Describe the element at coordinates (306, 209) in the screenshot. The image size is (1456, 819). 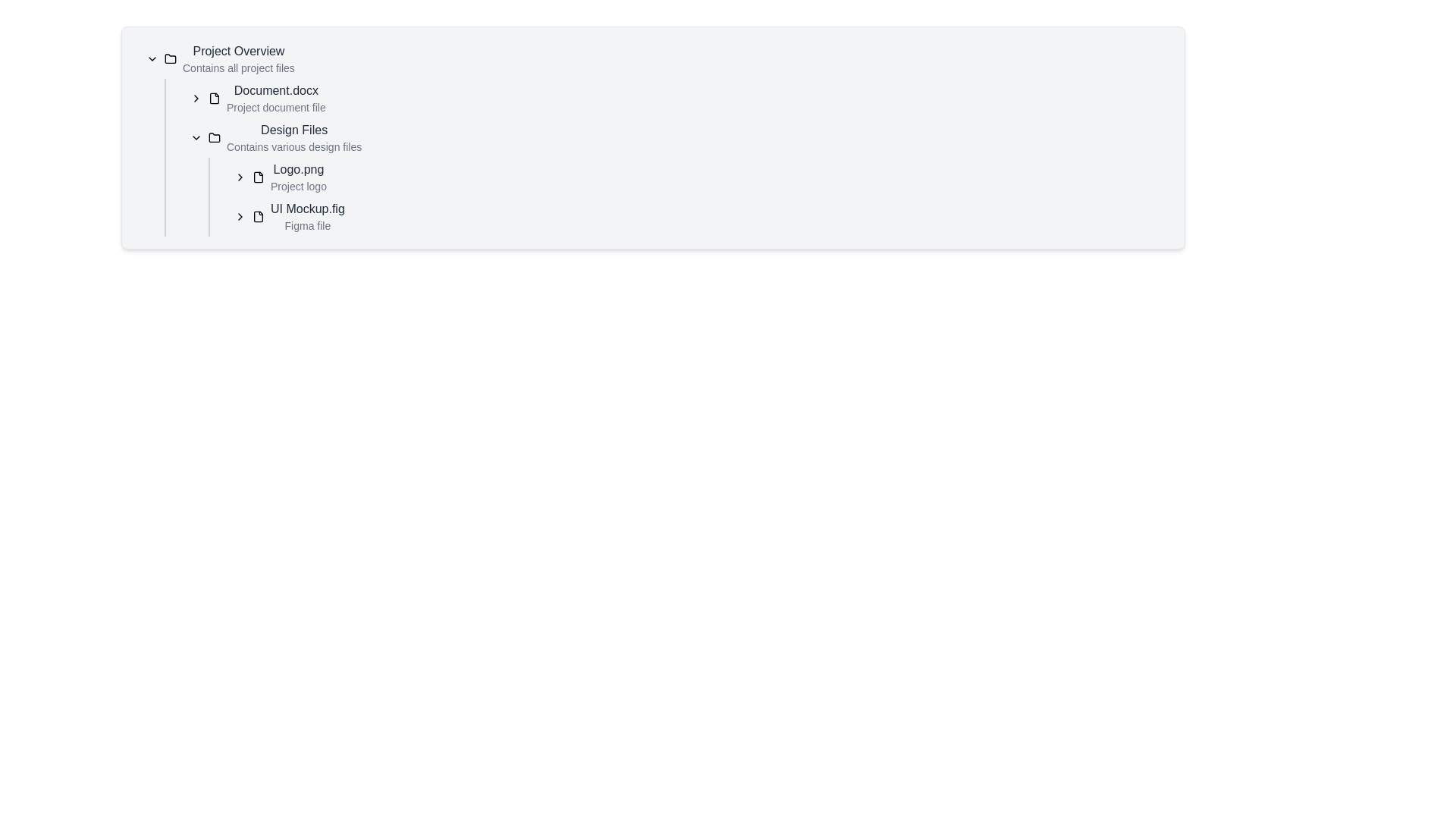
I see `the text label displaying 'UI Mockup.fig'` at that location.